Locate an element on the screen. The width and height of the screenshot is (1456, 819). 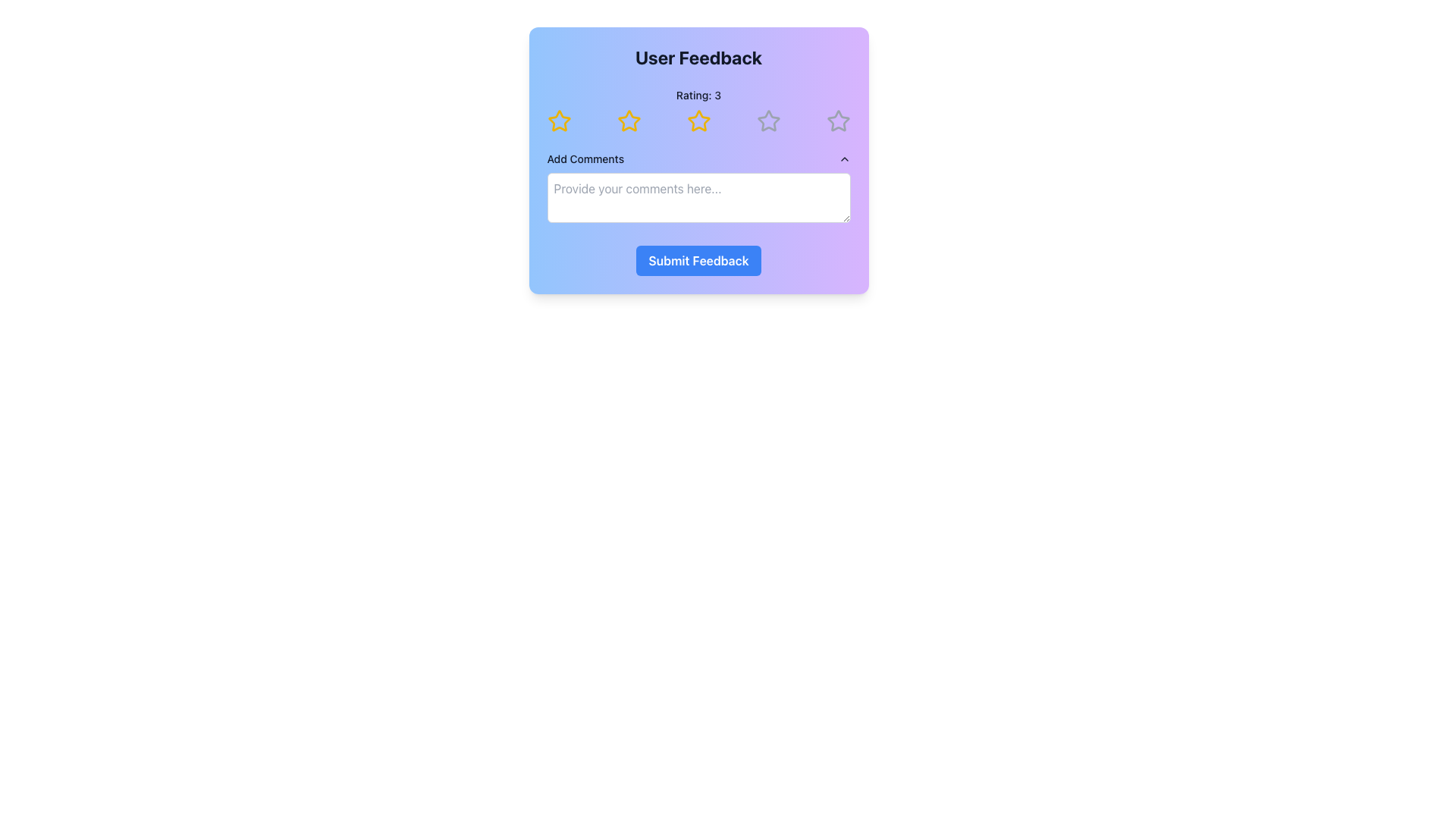
the first star rating icon is located at coordinates (558, 120).